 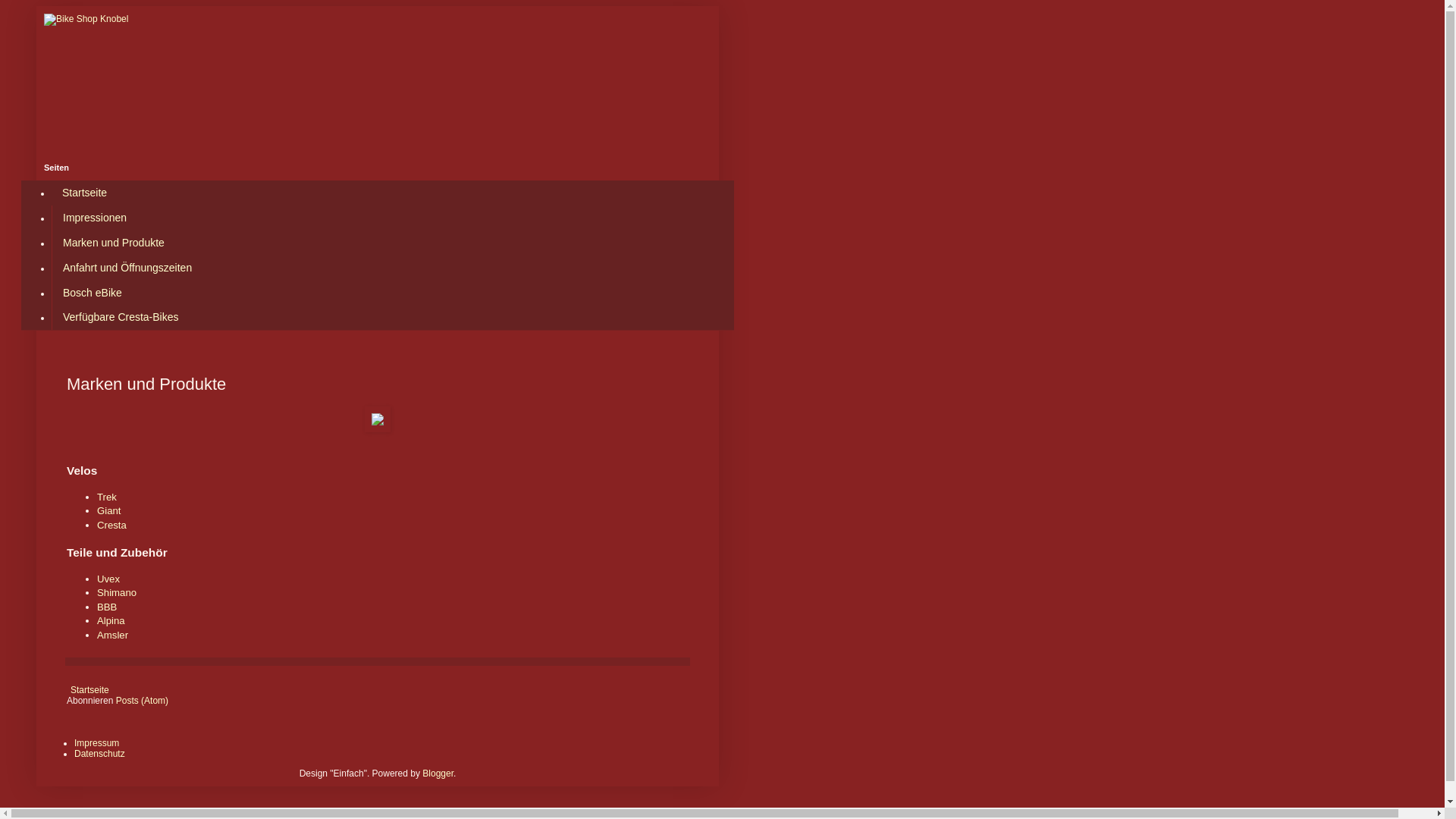 What do you see at coordinates (108, 579) in the screenshot?
I see `'Uvex'` at bounding box center [108, 579].